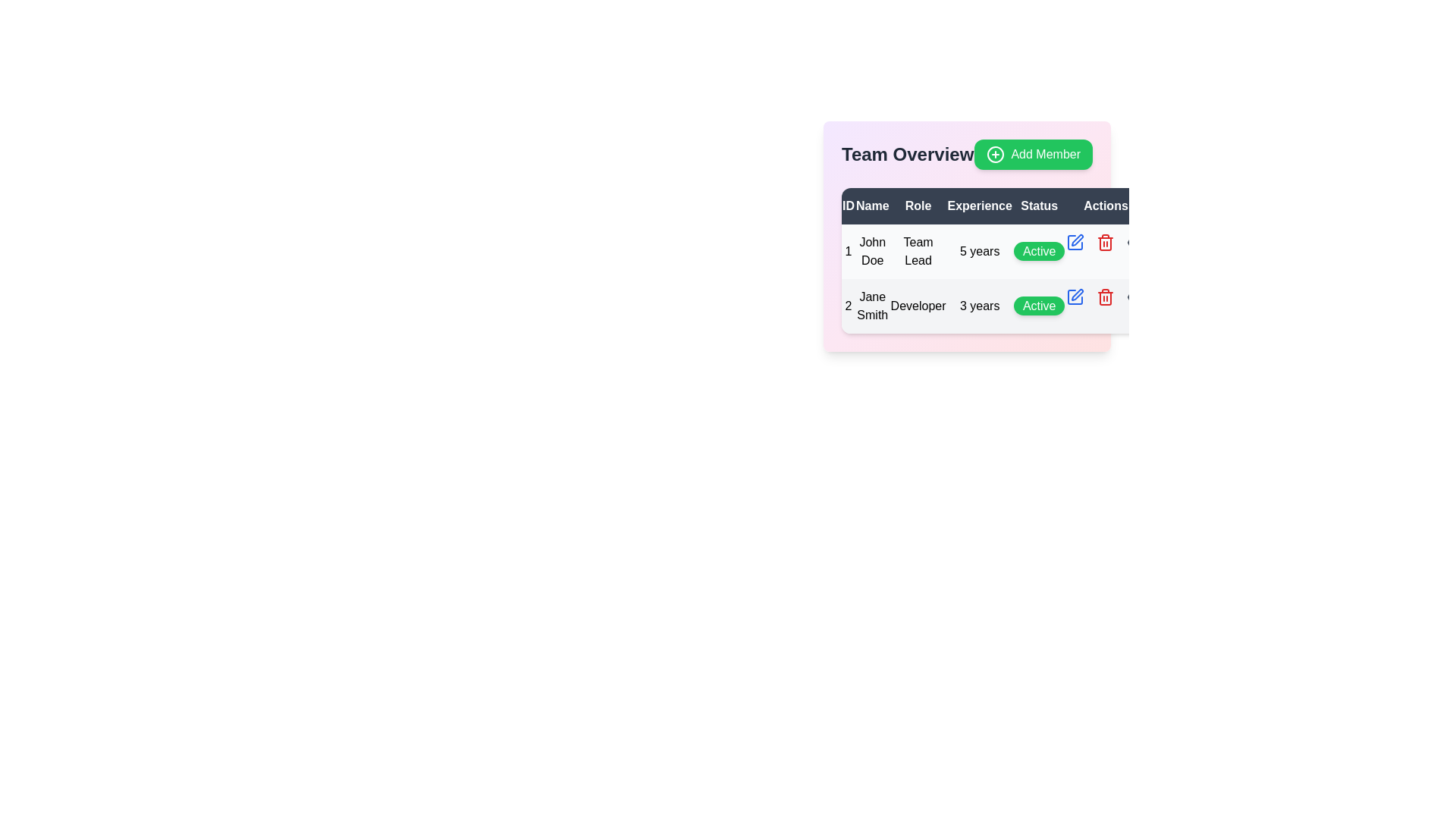  What do you see at coordinates (980, 206) in the screenshot?
I see `the 'Experience' column header in the table, which is located between the 'Role' header on the left and the 'Status' header on the right, positioned in the middle-top portion of the interface` at bounding box center [980, 206].